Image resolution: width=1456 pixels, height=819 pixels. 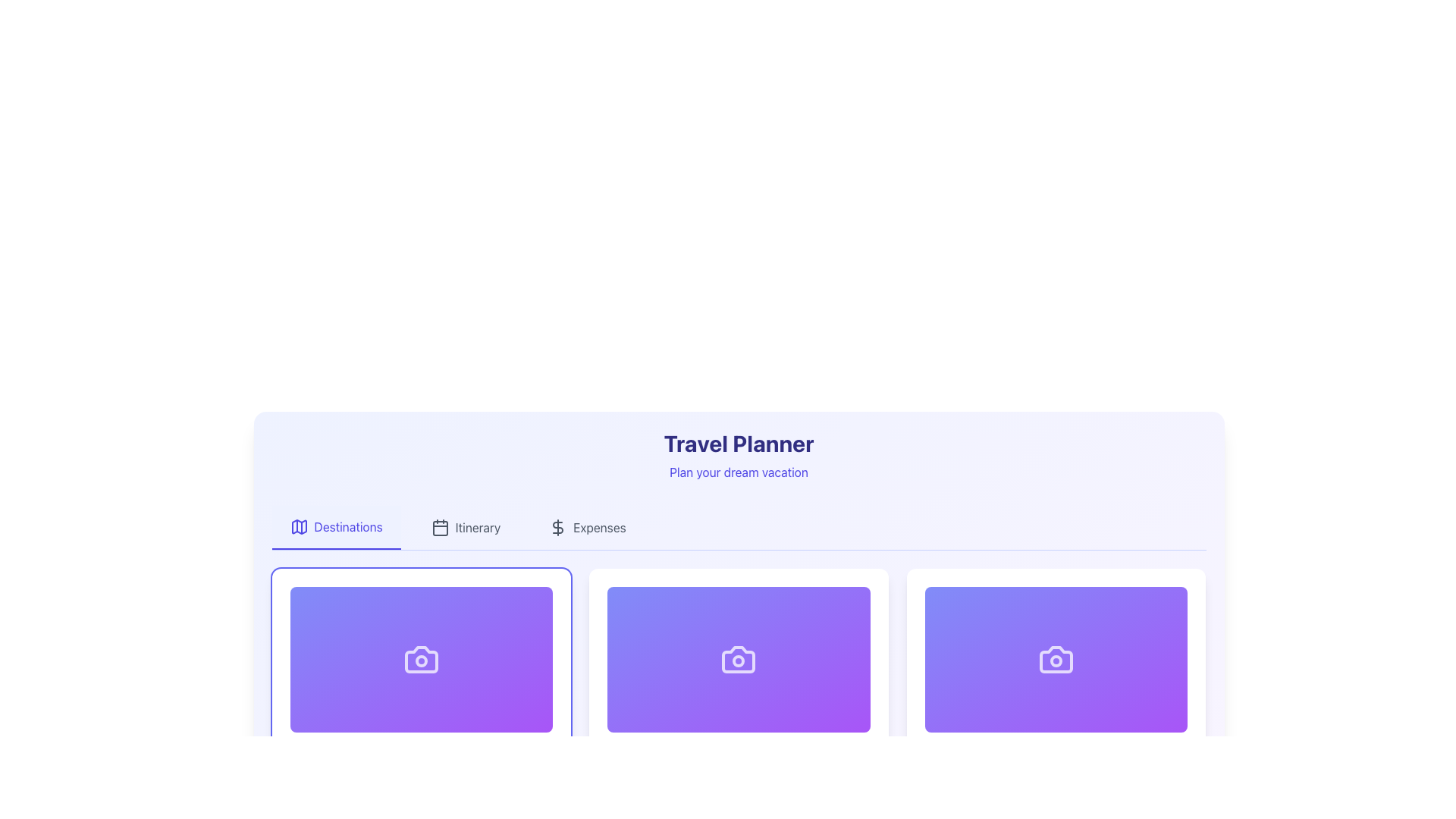 I want to click on the camera icon located within the rectangular purple gradient box, which is positioned in the second slot of a horizontal sequence below the header section of the interface, so click(x=1056, y=659).